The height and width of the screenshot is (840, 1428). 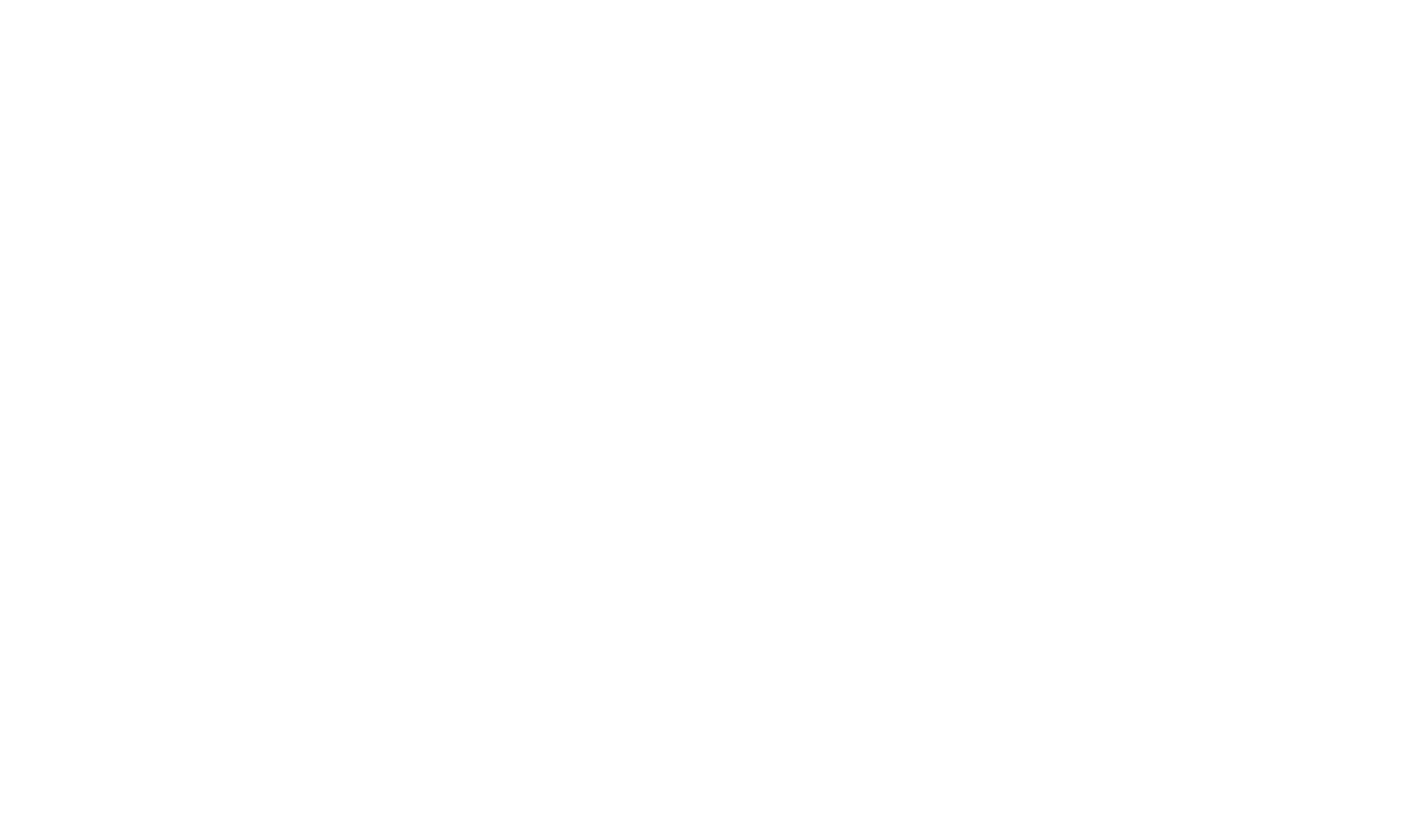 I want to click on 'Family stay in Alsace', so click(x=563, y=136).